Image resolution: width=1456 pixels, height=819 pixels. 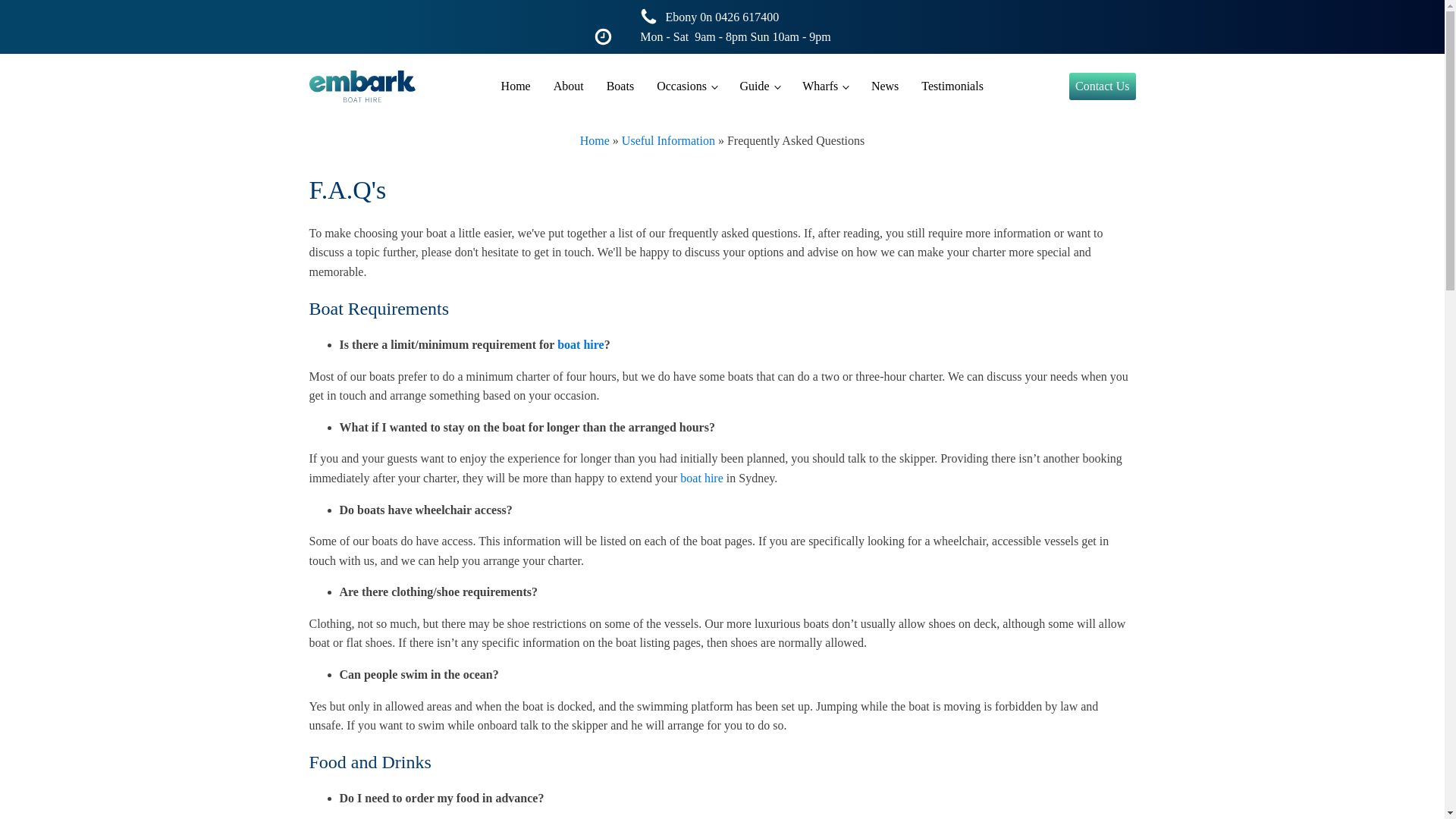 What do you see at coordinates (516, 86) in the screenshot?
I see `'Home'` at bounding box center [516, 86].